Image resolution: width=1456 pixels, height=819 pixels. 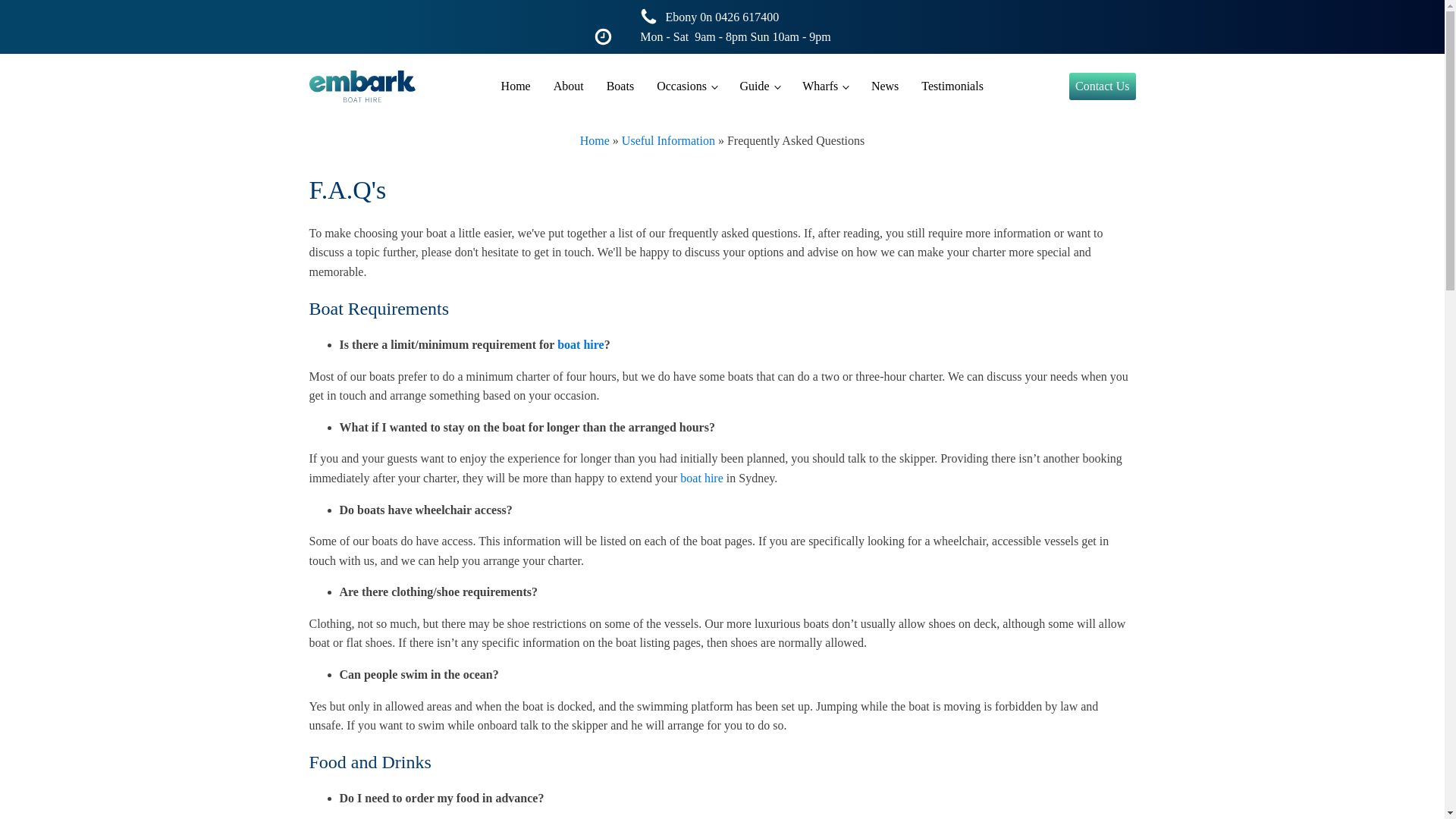 What do you see at coordinates (516, 86) in the screenshot?
I see `'Home'` at bounding box center [516, 86].